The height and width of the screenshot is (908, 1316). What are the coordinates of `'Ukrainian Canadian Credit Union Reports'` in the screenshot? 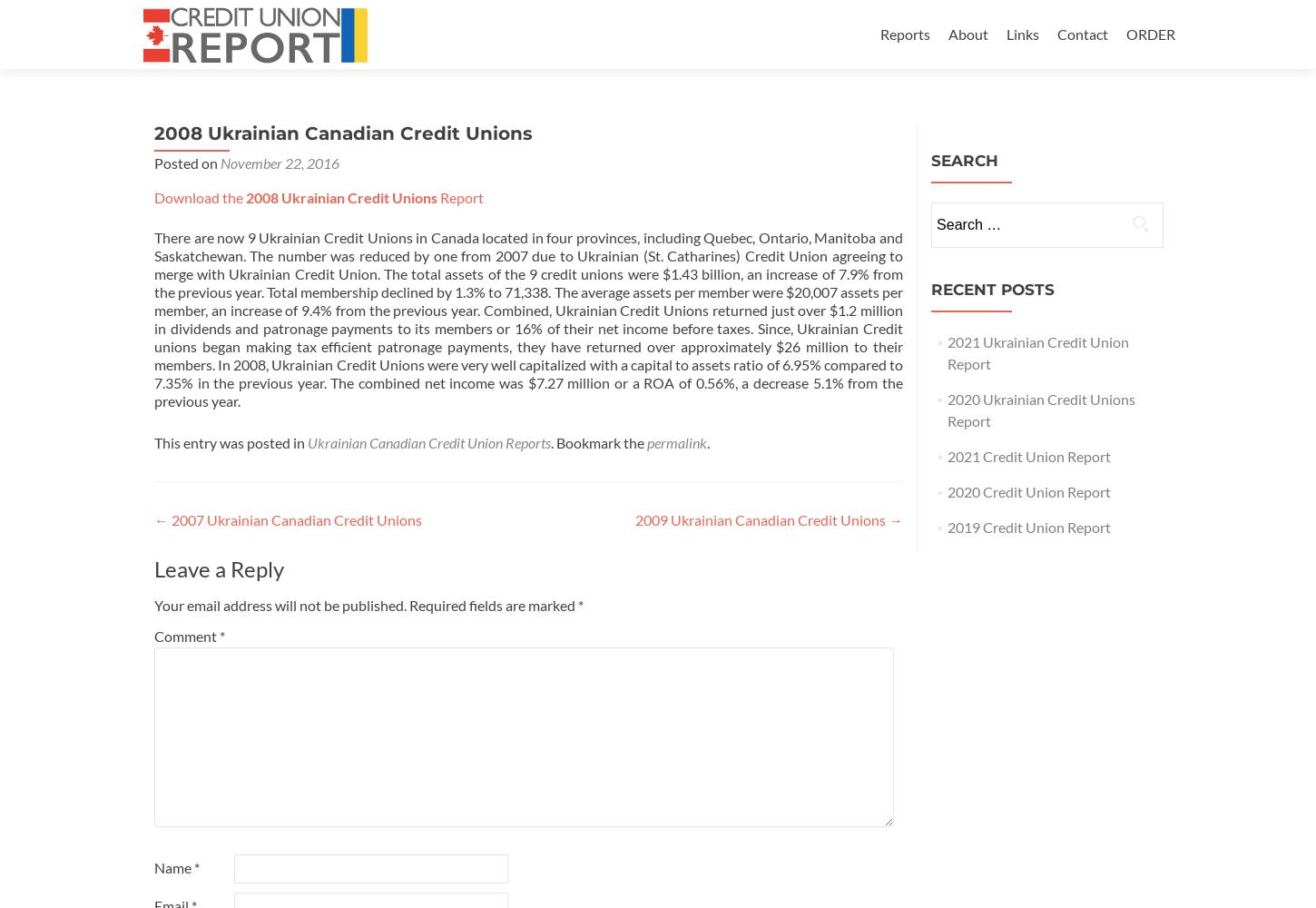 It's located at (308, 441).